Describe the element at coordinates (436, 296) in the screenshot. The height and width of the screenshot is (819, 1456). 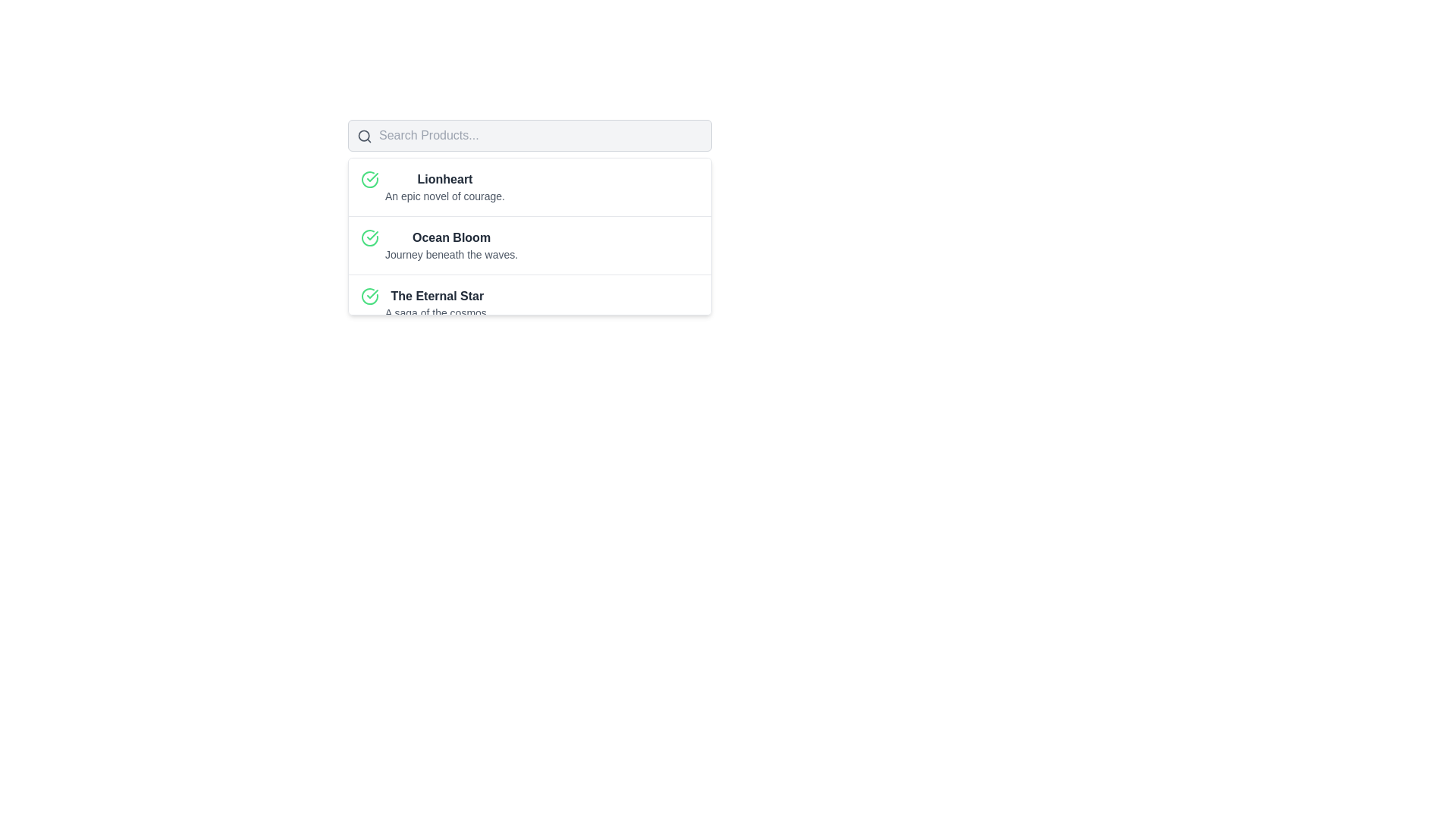
I see `the static text label displaying the title 'The Eternal Star' to possibly trigger a tooltip or visual highlight` at that location.